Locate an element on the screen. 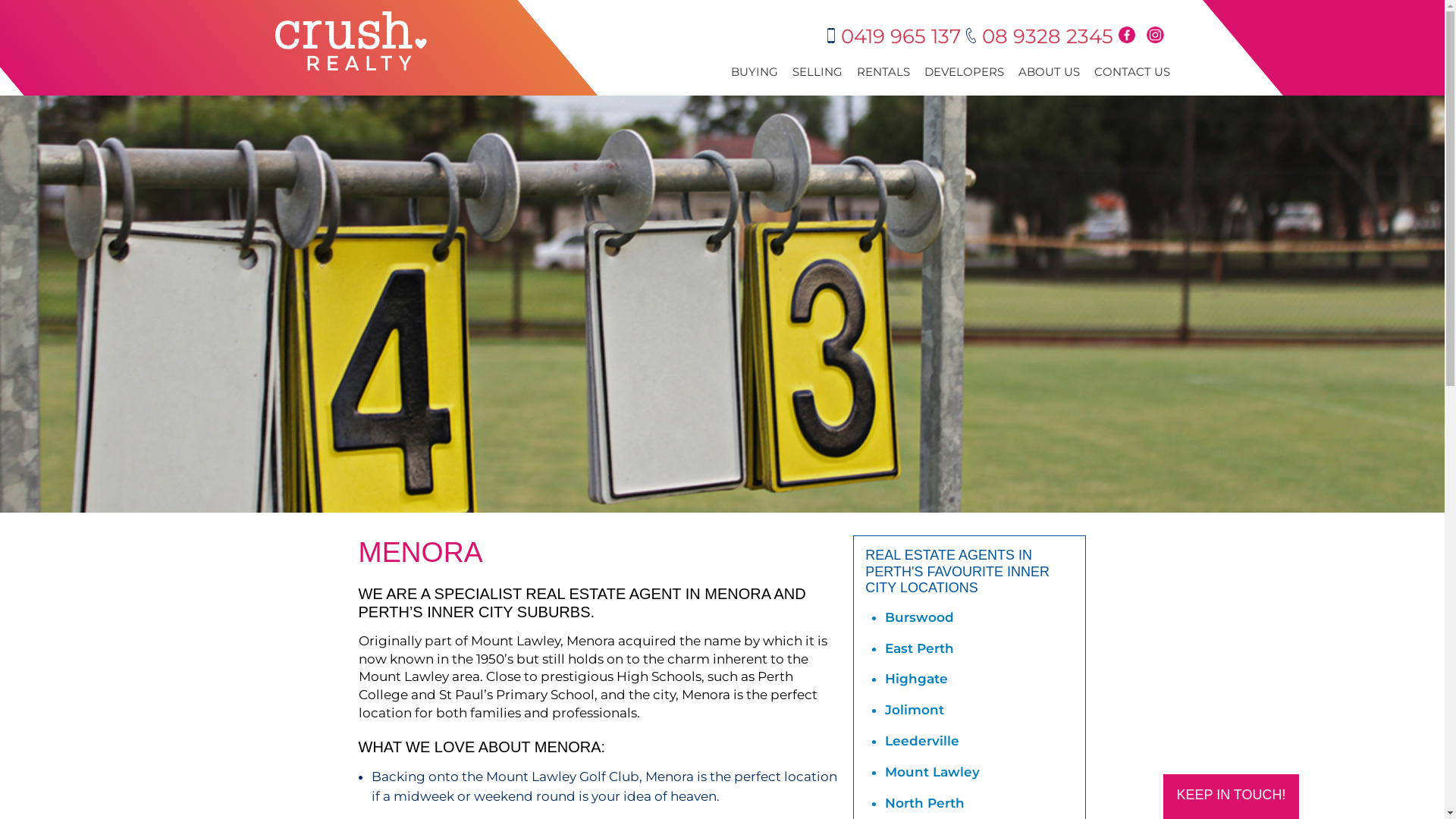 This screenshot has width=1456, height=819. 'Mount Lawley' is located at coordinates (931, 772).